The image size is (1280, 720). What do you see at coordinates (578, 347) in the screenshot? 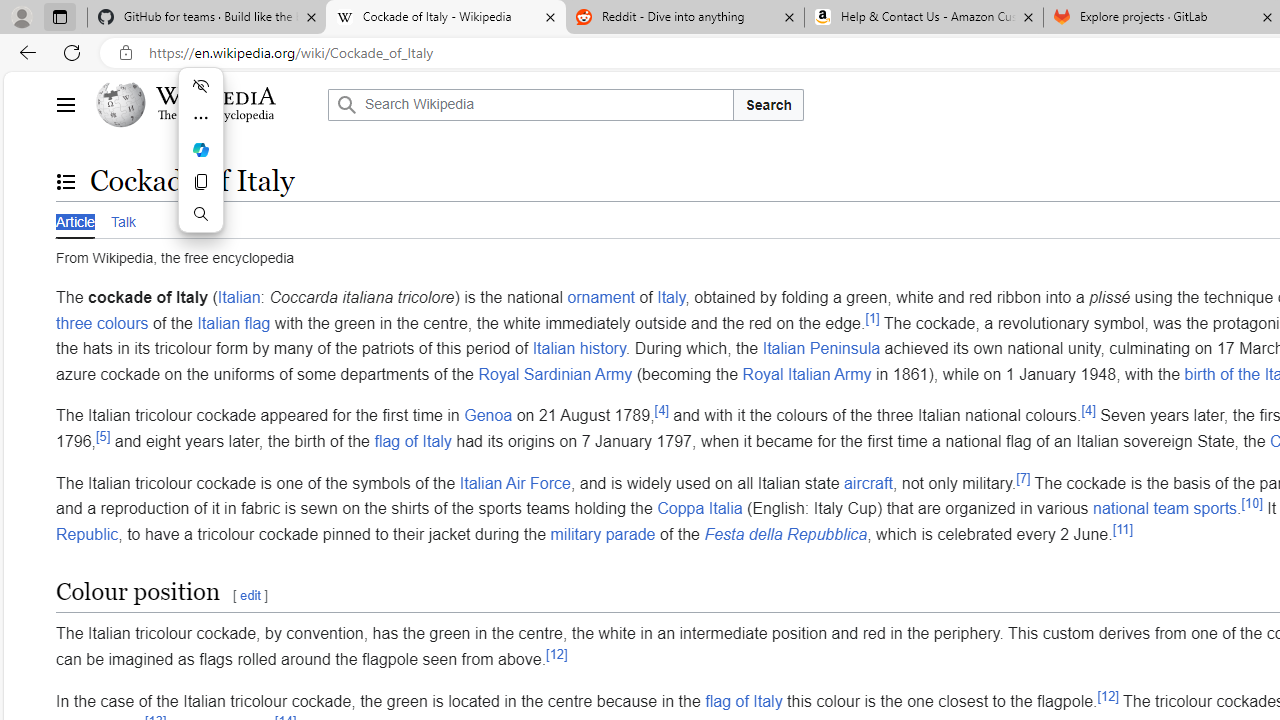
I see `'Italian history'` at bounding box center [578, 347].